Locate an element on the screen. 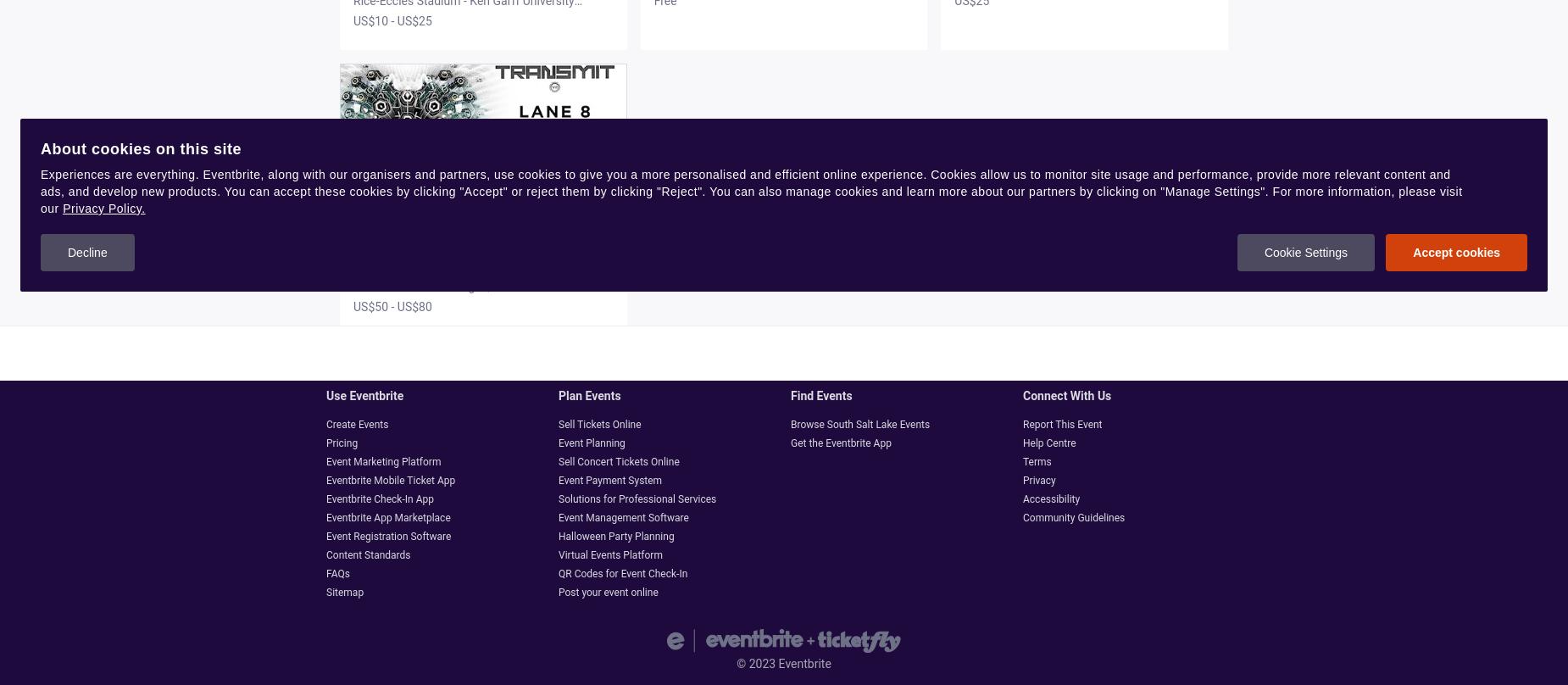 The height and width of the screenshot is (685, 1568). 'Event Management Software' is located at coordinates (623, 518).